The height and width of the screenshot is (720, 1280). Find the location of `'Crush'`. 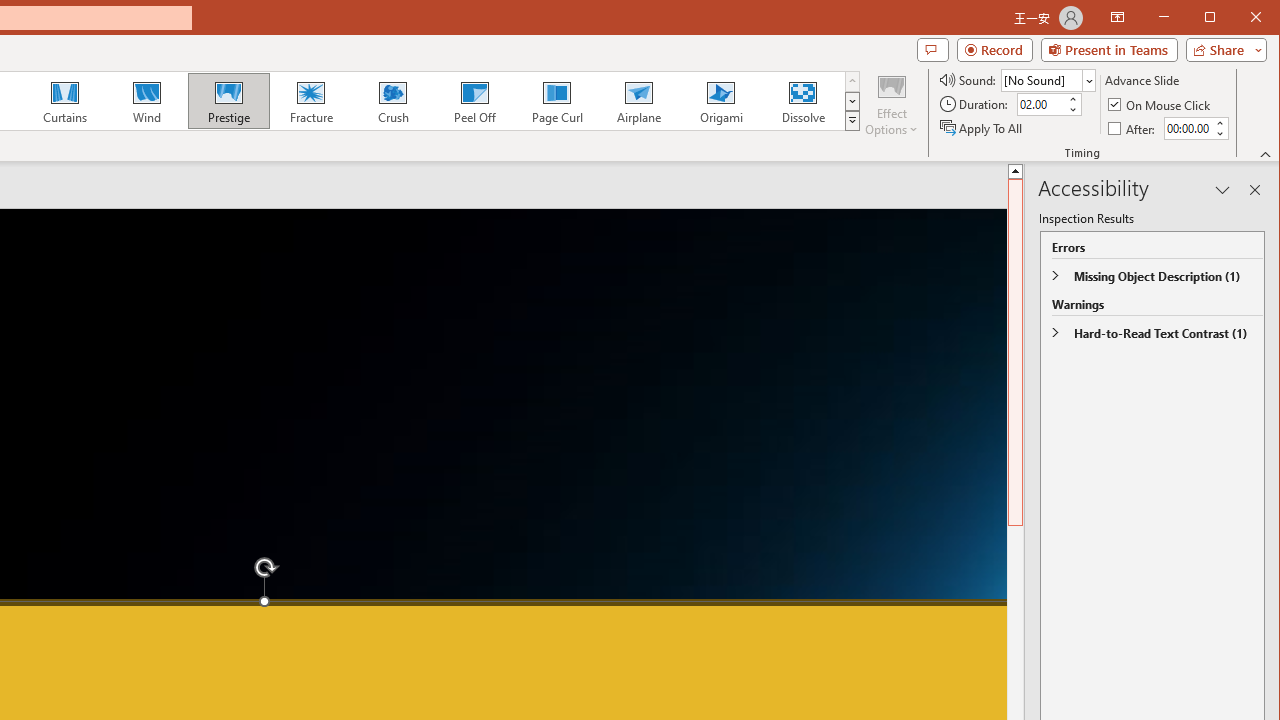

'Crush' is located at coordinates (392, 100).